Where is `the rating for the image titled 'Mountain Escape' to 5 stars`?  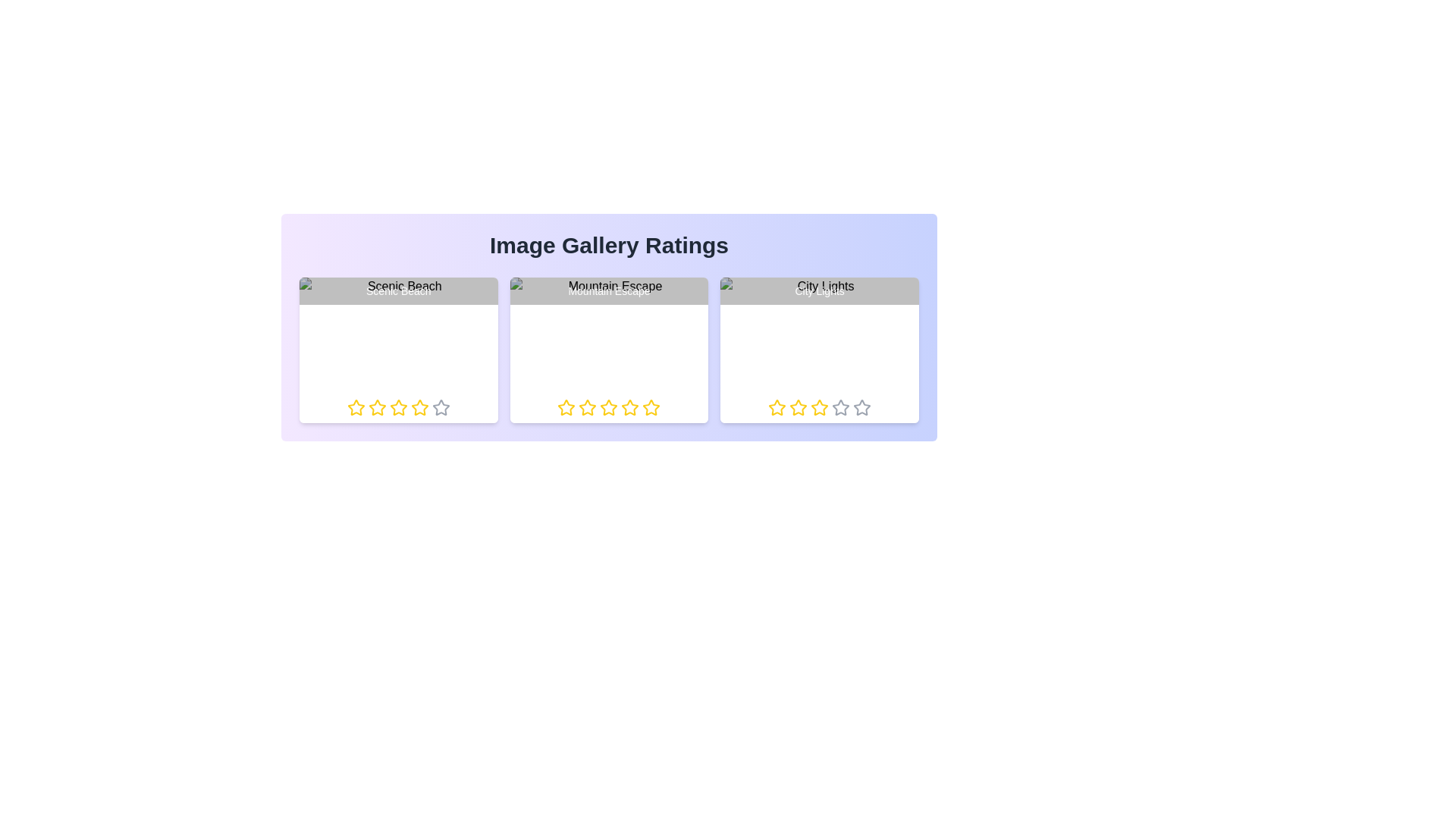
the rating for the image titled 'Mountain Escape' to 5 stars is located at coordinates (642, 406).